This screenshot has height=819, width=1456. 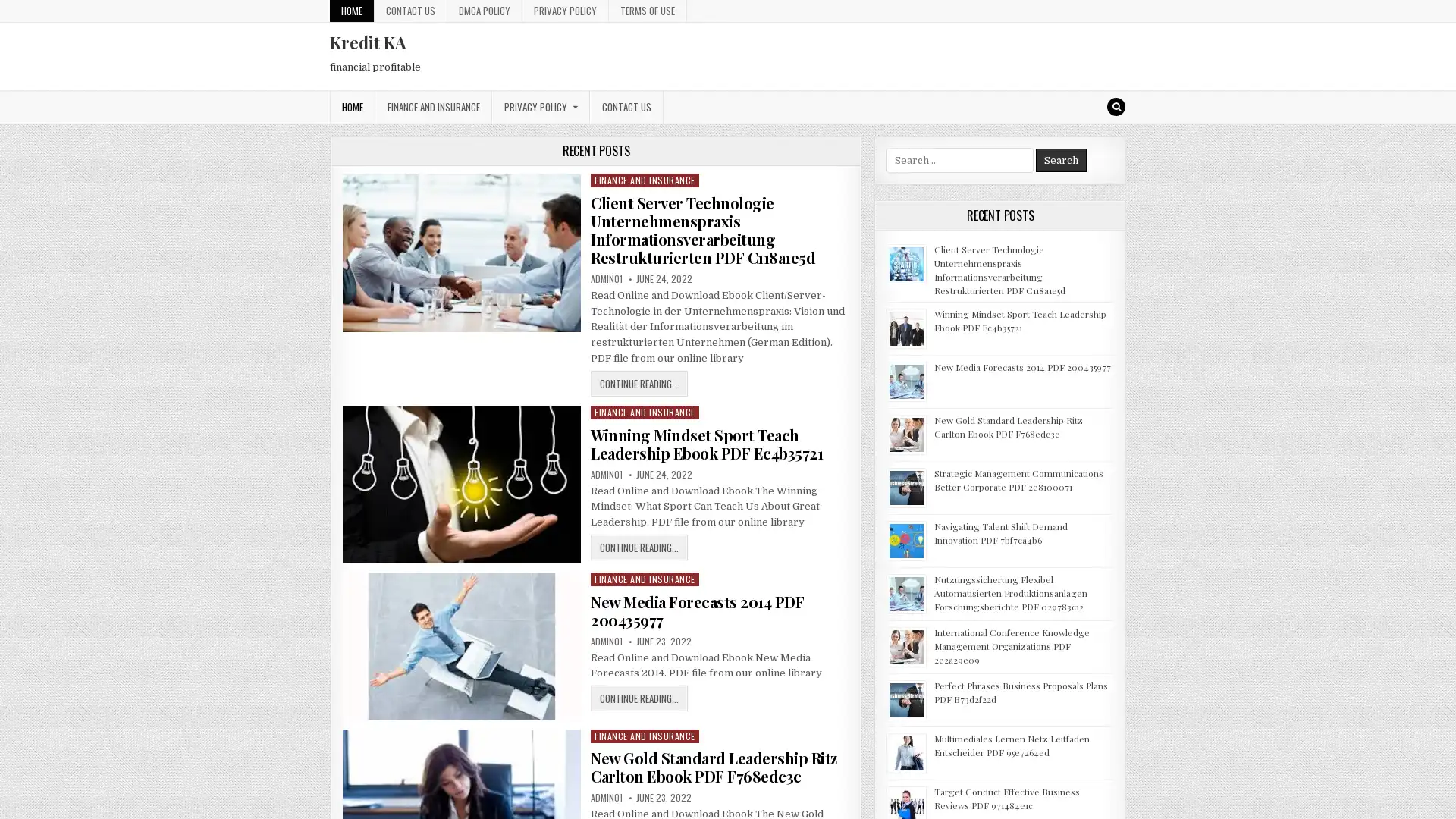 I want to click on Search, so click(x=1060, y=160).